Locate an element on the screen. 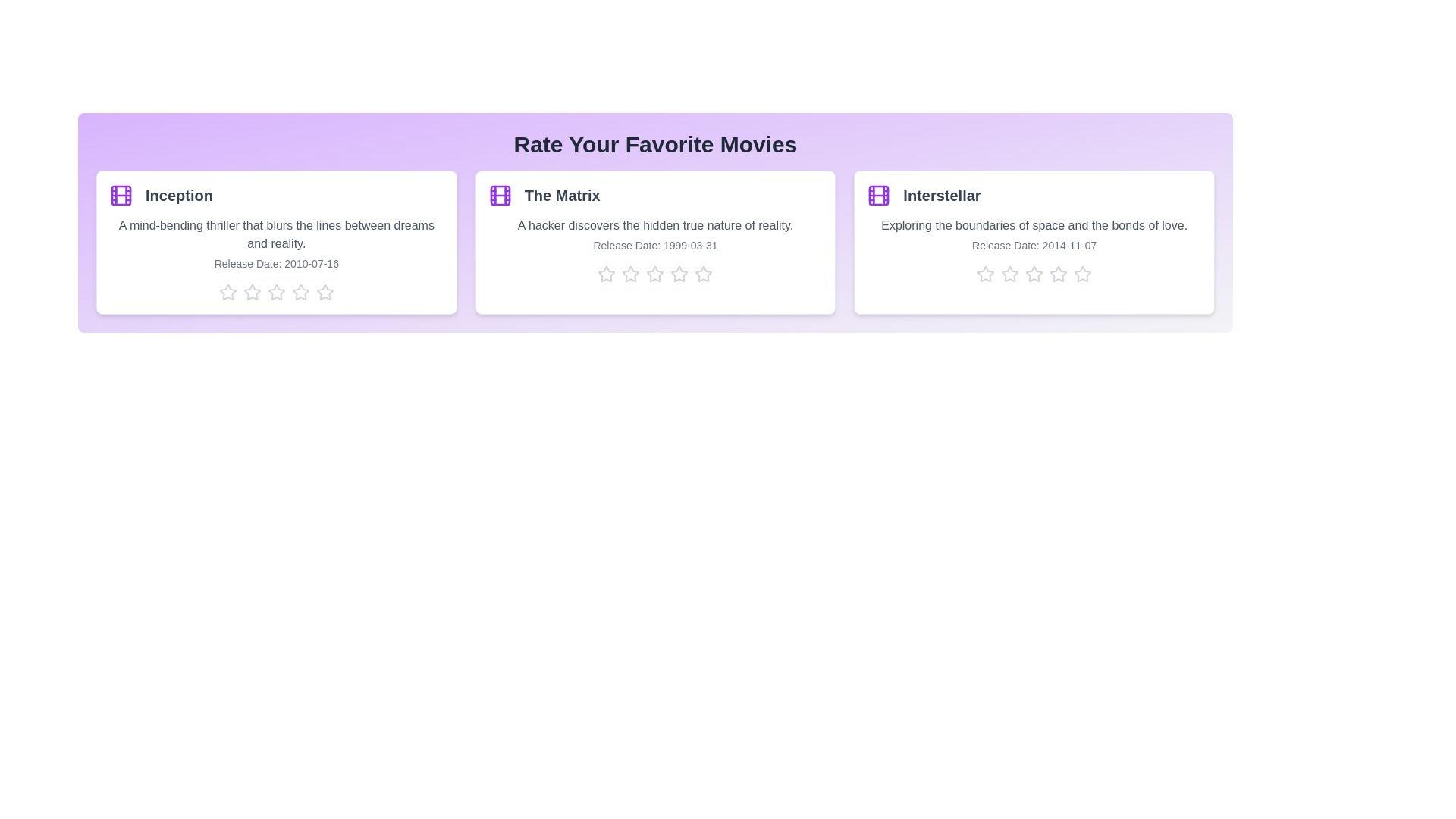 The height and width of the screenshot is (819, 1456). the star corresponding to 2 stars for the movie The Matrix is located at coordinates (631, 275).